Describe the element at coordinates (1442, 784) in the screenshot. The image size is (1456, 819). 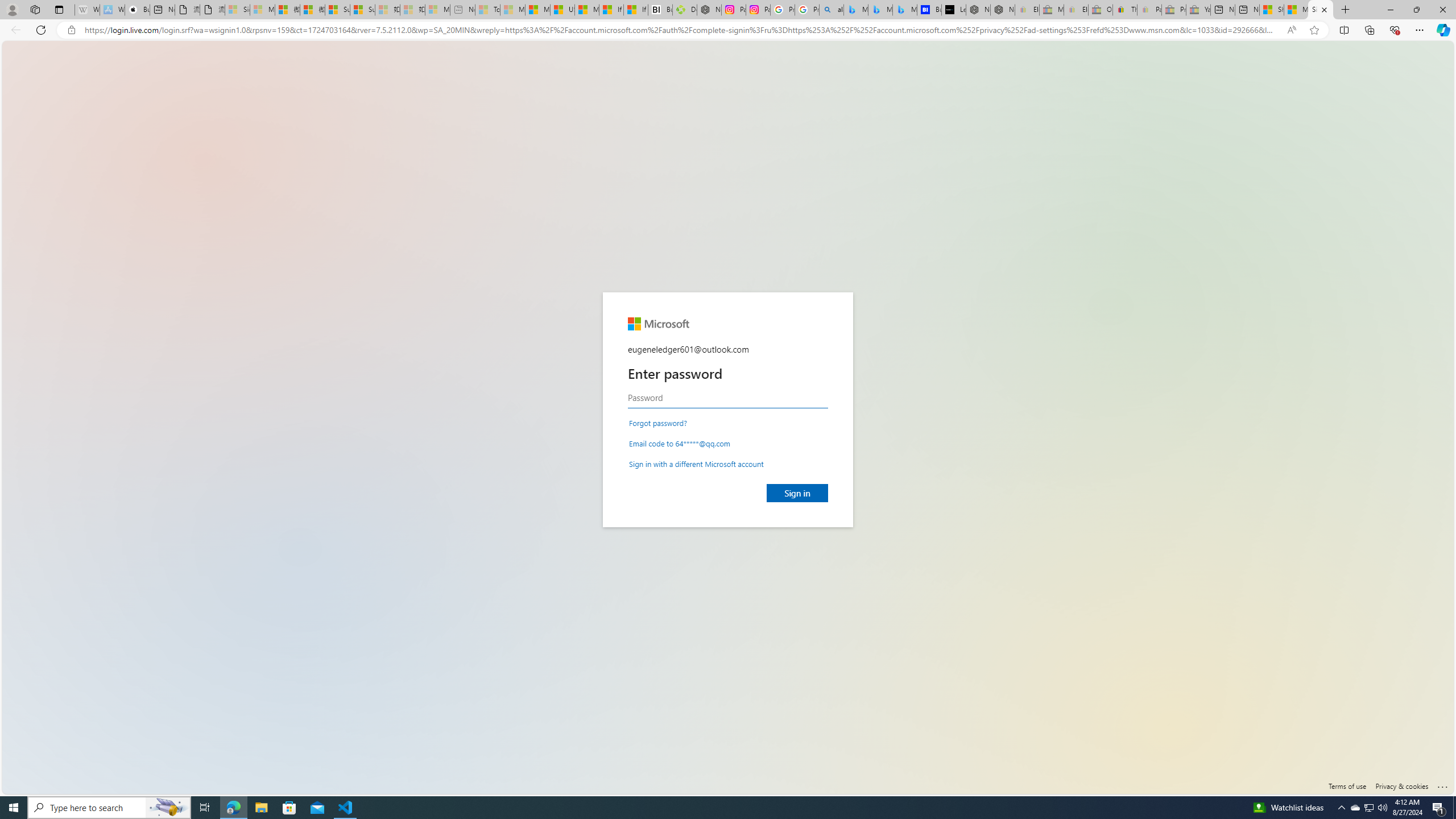
I see `'Click here for troubleshooting information'` at that location.